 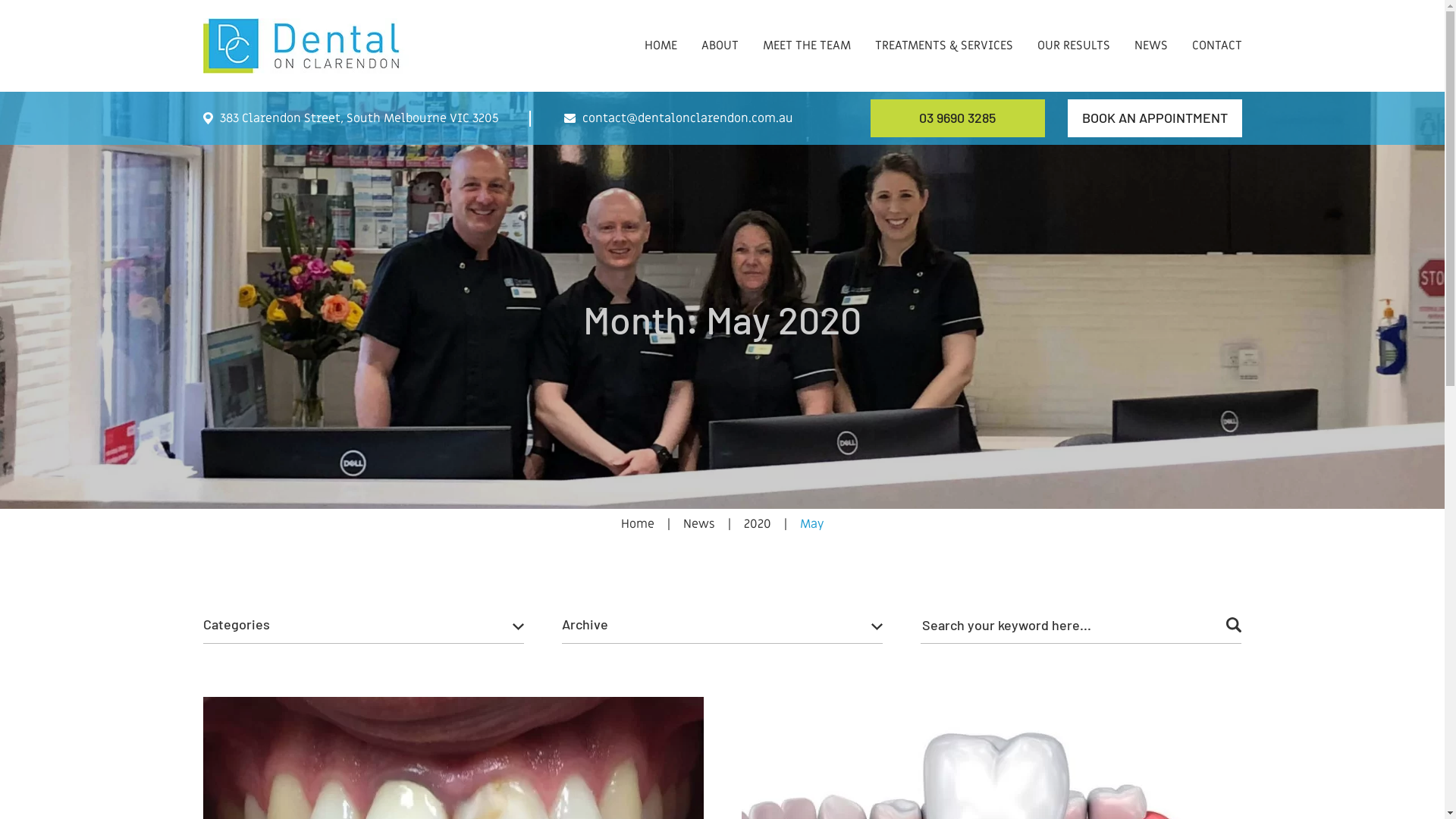 What do you see at coordinates (718, 30) in the screenshot?
I see `'ABOUT'` at bounding box center [718, 30].